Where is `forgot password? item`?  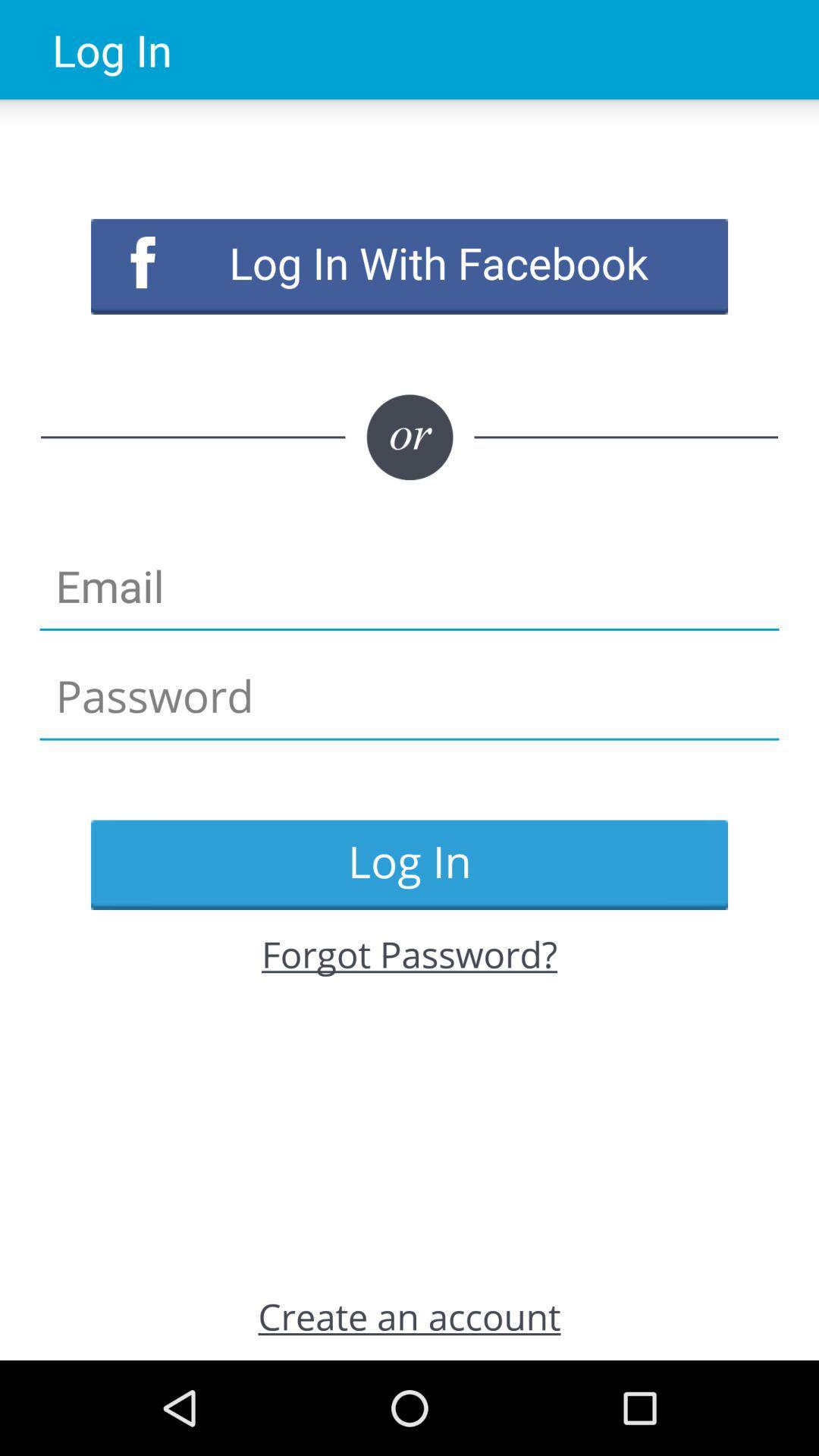 forgot password? item is located at coordinates (409, 953).